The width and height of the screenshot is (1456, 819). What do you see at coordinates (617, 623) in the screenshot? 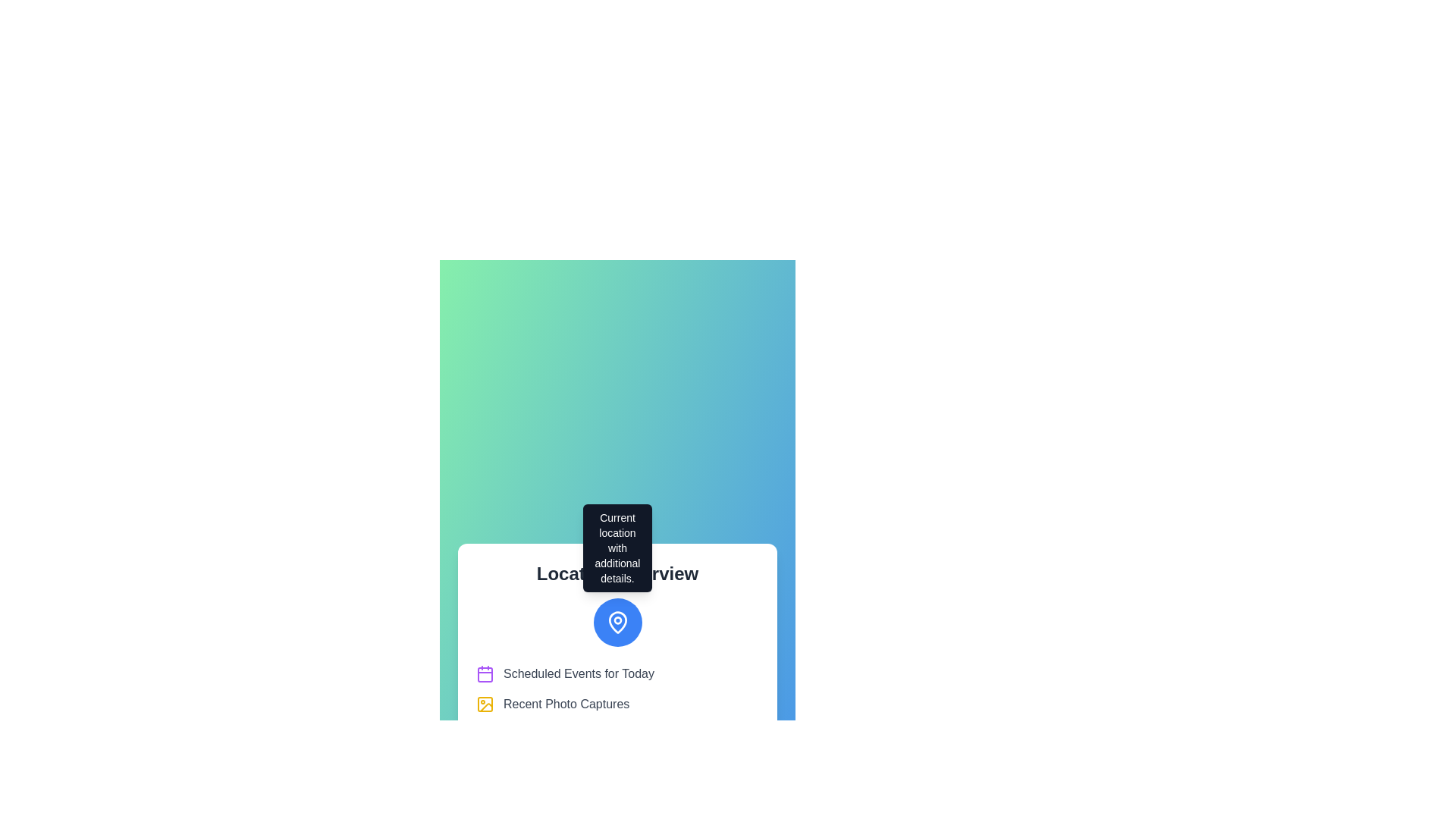
I see `the SVG icon representing a map pin, which is styled as an outline and located within a prominent circular blue background icon at the center of a card displaying location overview information` at bounding box center [617, 623].